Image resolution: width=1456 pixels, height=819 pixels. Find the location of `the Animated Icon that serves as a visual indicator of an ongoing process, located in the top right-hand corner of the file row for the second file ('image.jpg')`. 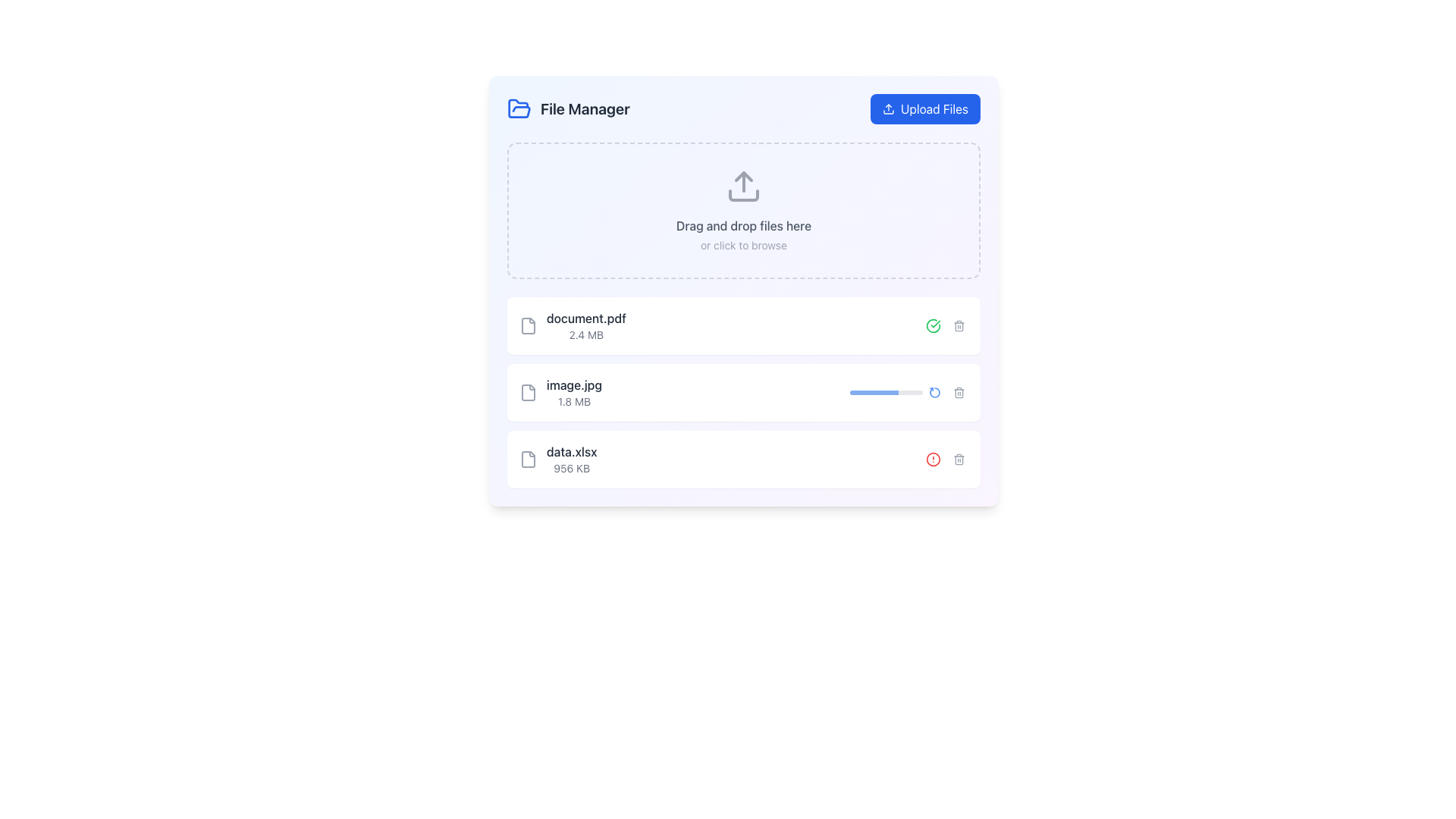

the Animated Icon that serves as a visual indicator of an ongoing process, located in the top right-hand corner of the file row for the second file ('image.jpg') is located at coordinates (934, 391).